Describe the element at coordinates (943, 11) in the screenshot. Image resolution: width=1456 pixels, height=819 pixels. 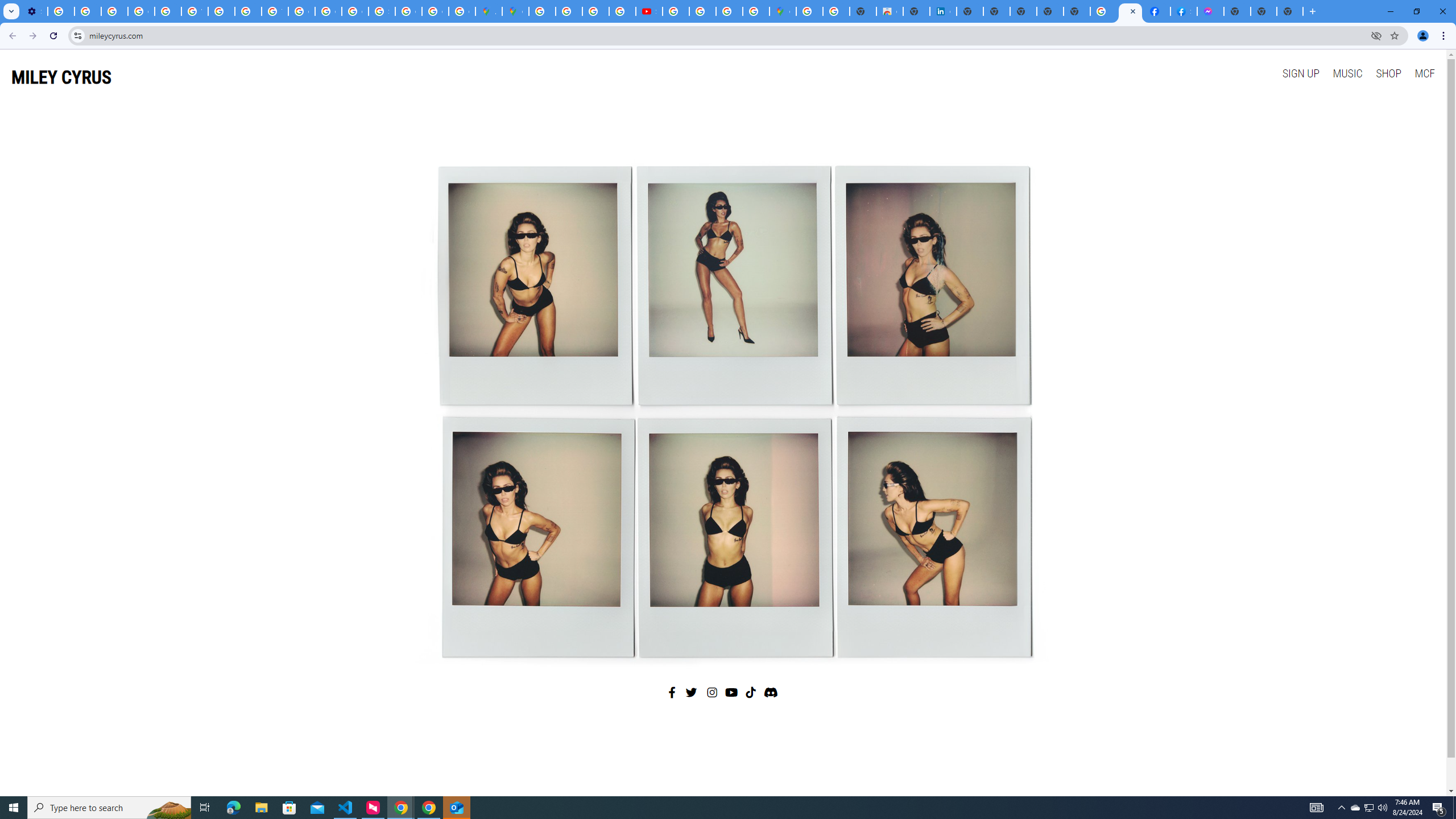
I see `'Cookie Policy | LinkedIn'` at that location.